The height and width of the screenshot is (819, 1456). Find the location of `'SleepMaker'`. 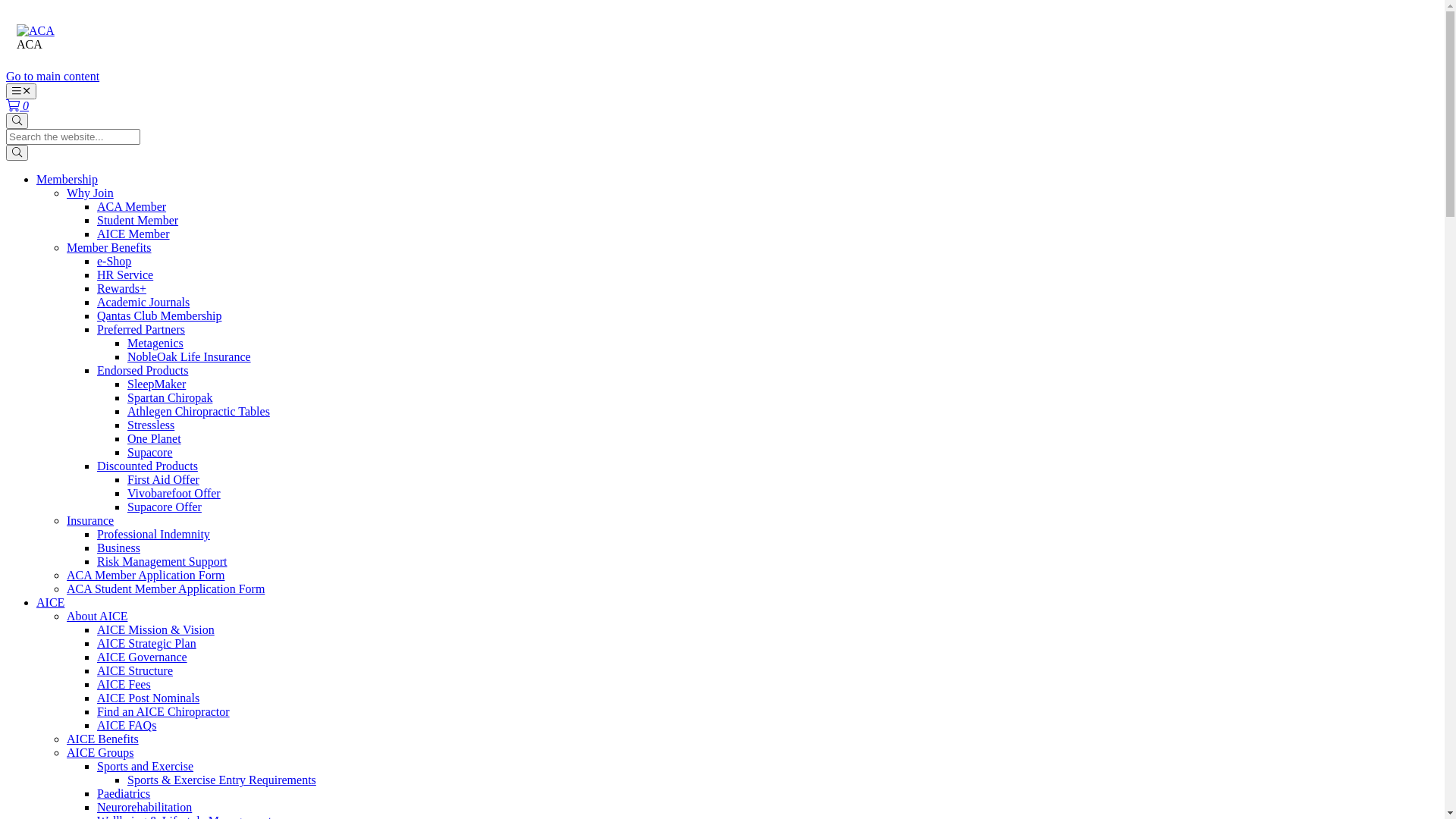

'SleepMaker' is located at coordinates (156, 383).